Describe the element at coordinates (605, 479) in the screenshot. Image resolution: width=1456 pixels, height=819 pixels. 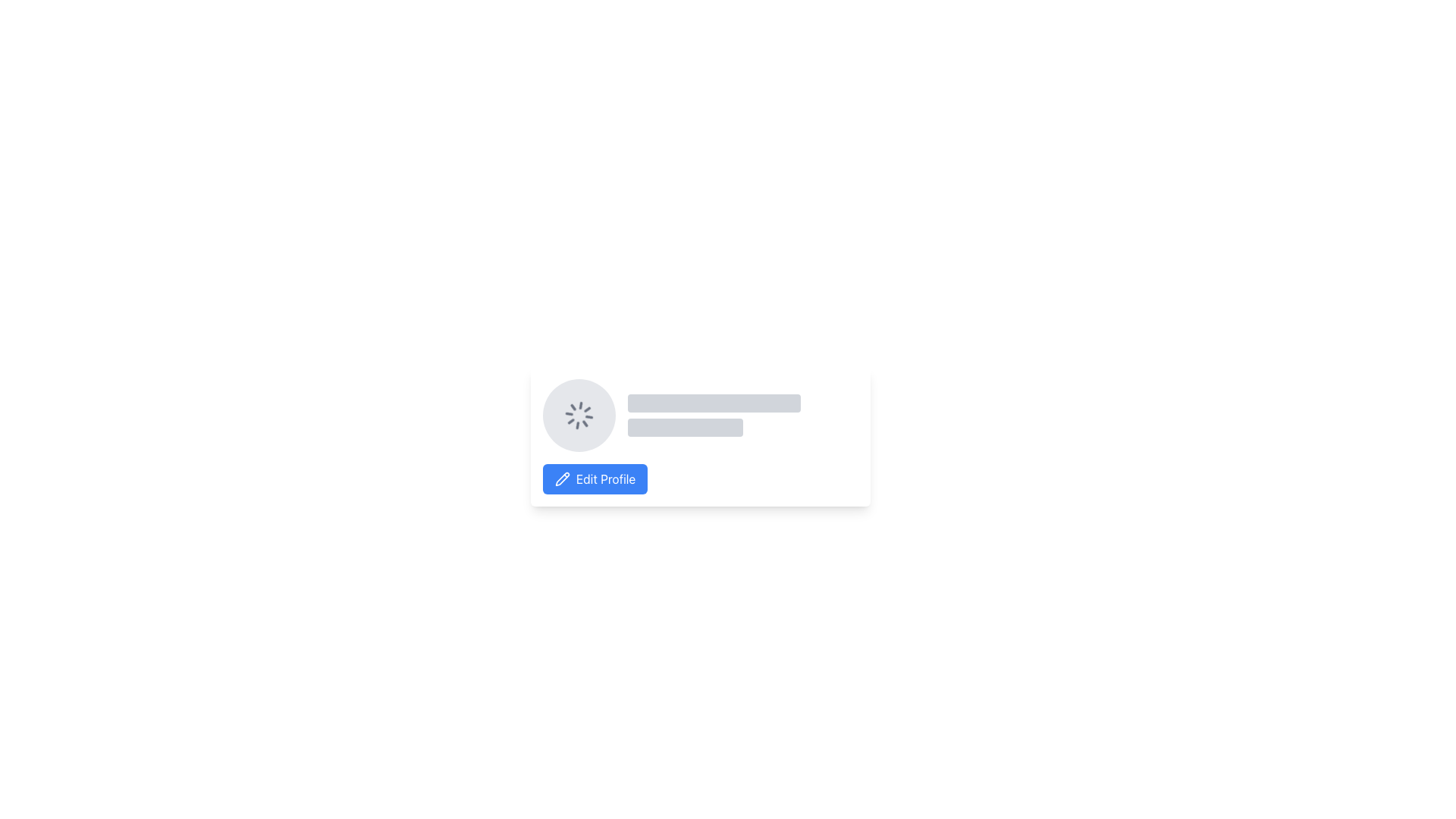
I see `the text content of the button labeled 'Edit Profile'` at that location.